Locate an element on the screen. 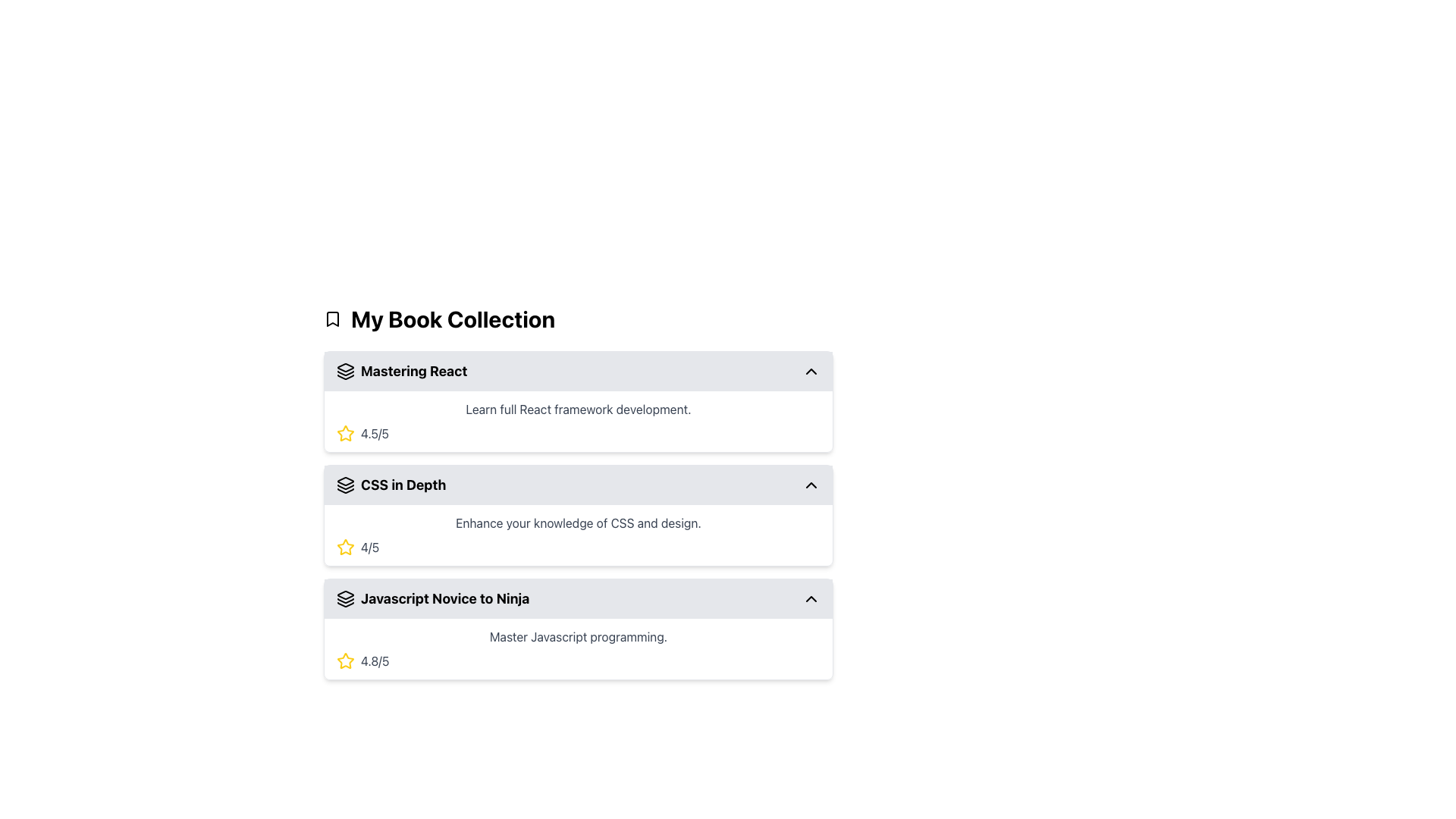 Image resolution: width=1456 pixels, height=819 pixels. the arrow icon within the 'Javascript Novice to Ninja' book description card is located at coordinates (578, 629).